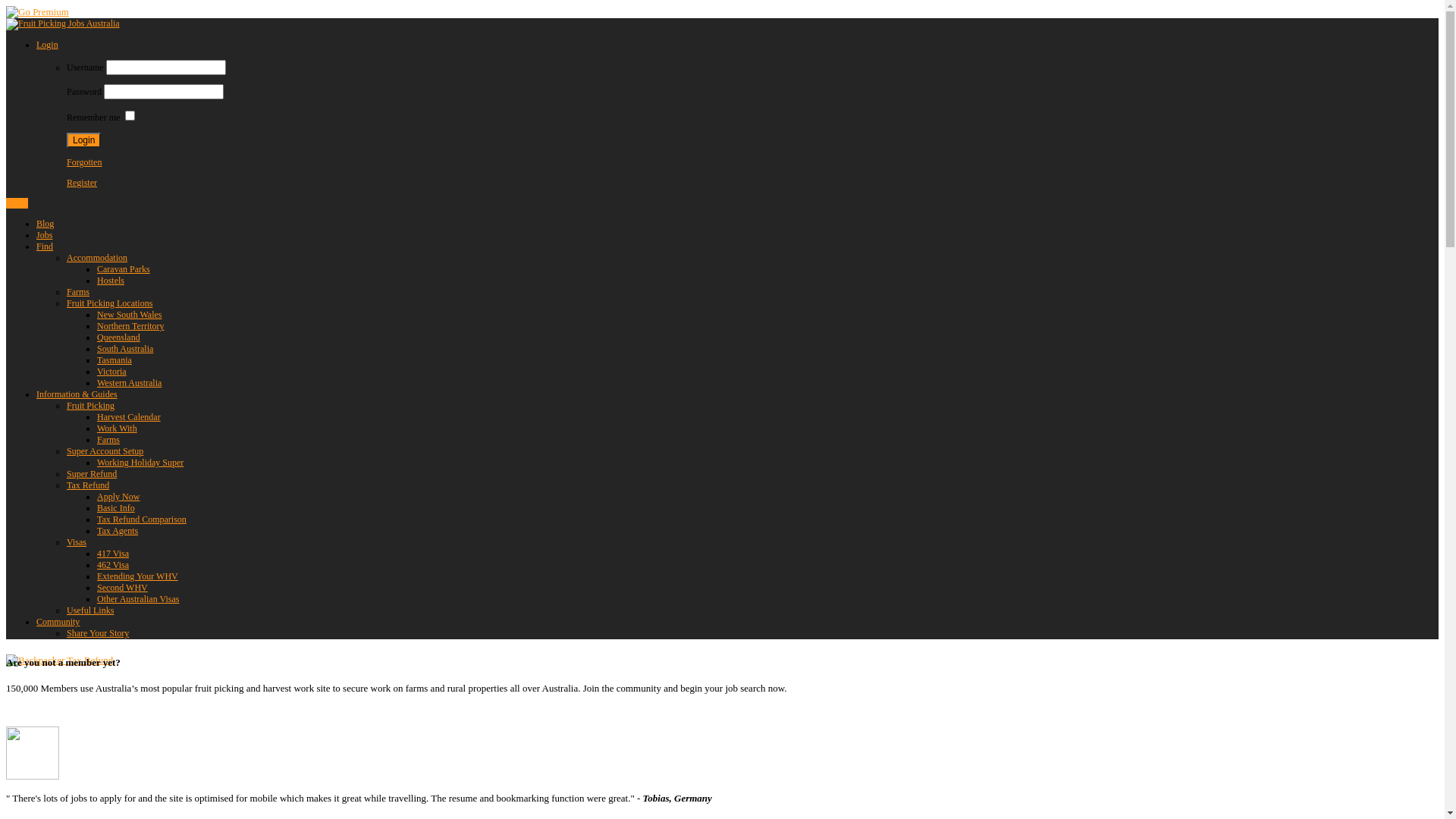 Image resolution: width=1456 pixels, height=819 pixels. What do you see at coordinates (96, 256) in the screenshot?
I see `'Accommodation'` at bounding box center [96, 256].